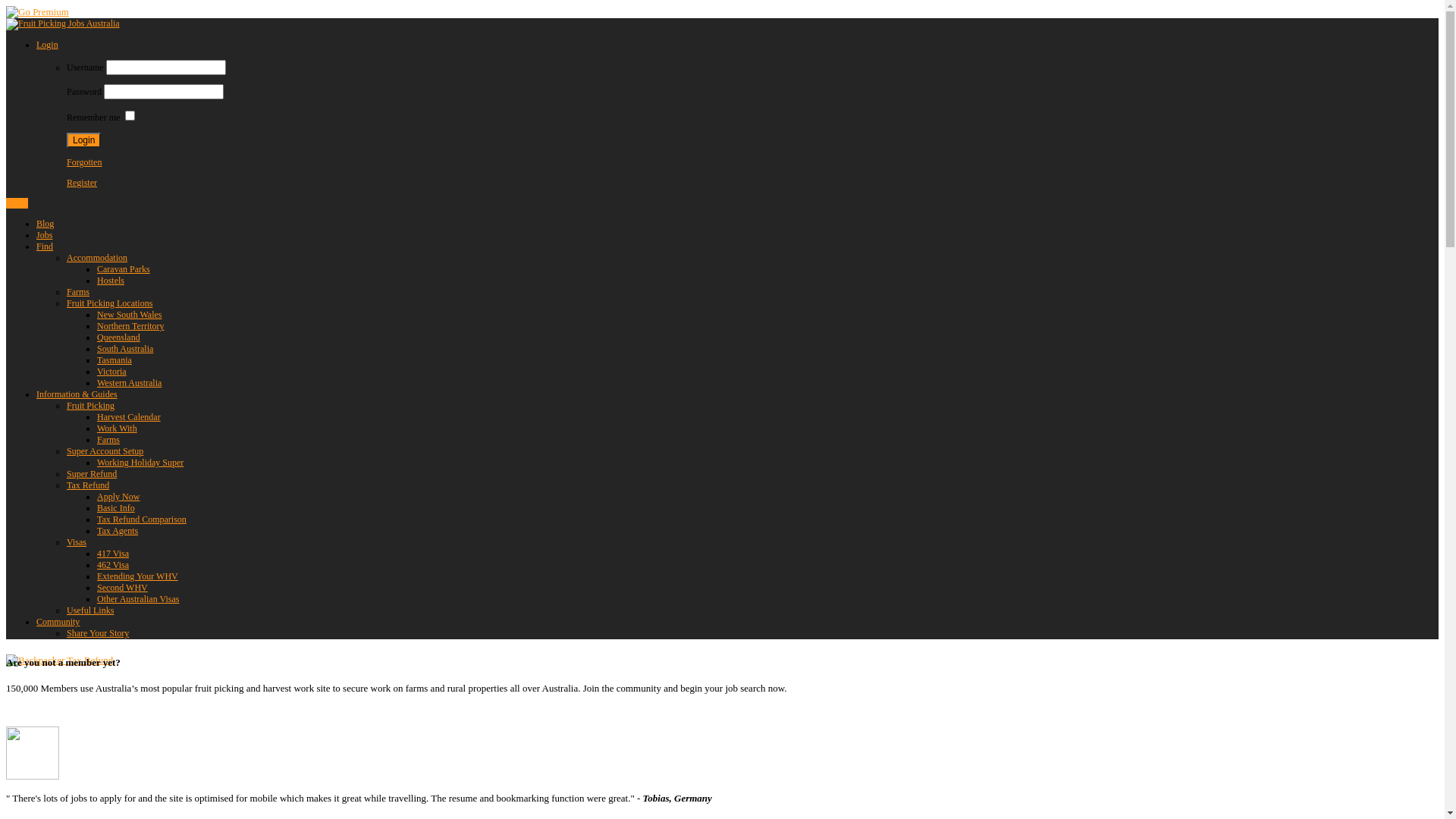 Image resolution: width=1456 pixels, height=819 pixels. What do you see at coordinates (96, 256) in the screenshot?
I see `'Accommodation'` at bounding box center [96, 256].